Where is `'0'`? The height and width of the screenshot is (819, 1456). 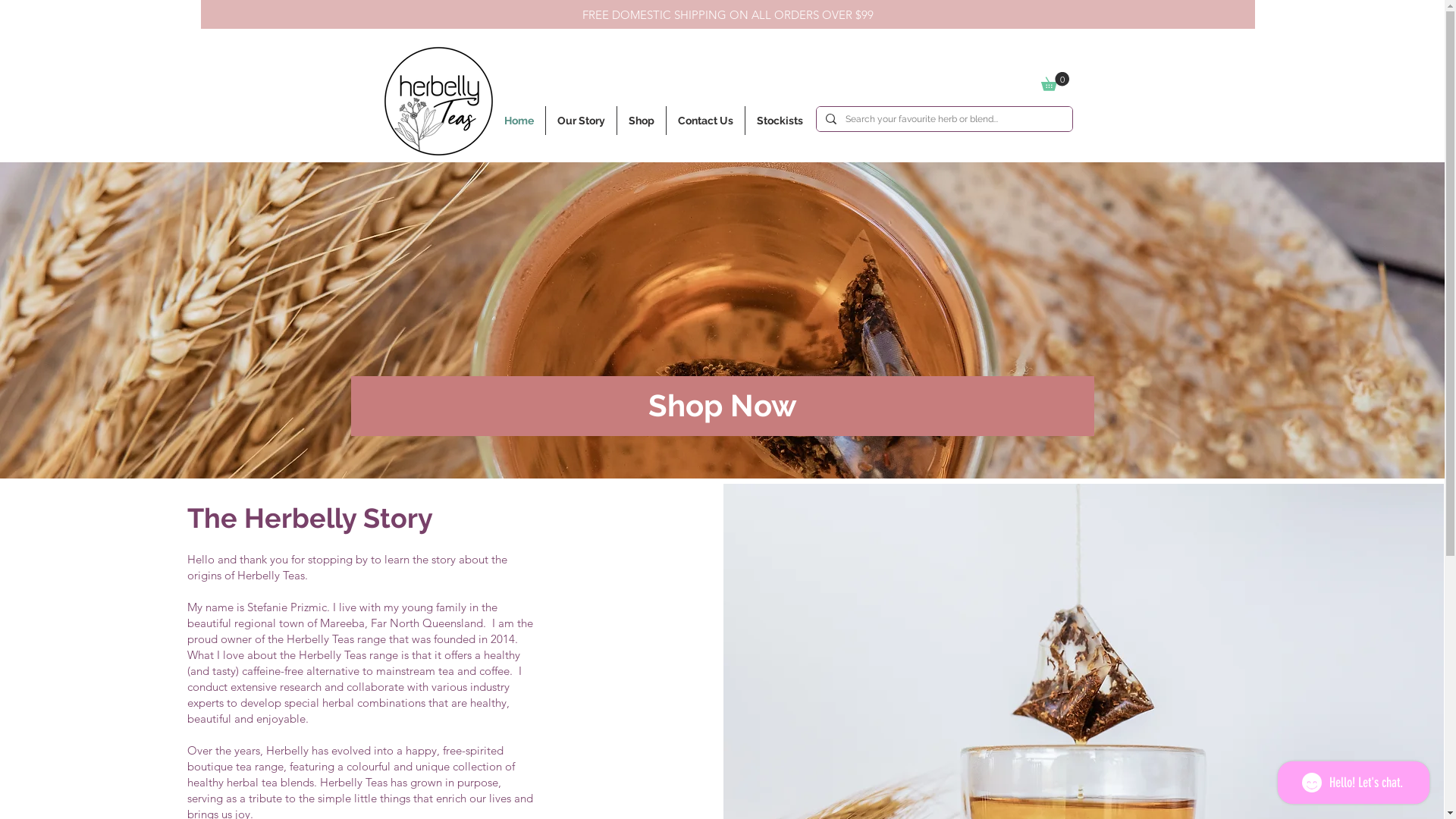
'0' is located at coordinates (1040, 81).